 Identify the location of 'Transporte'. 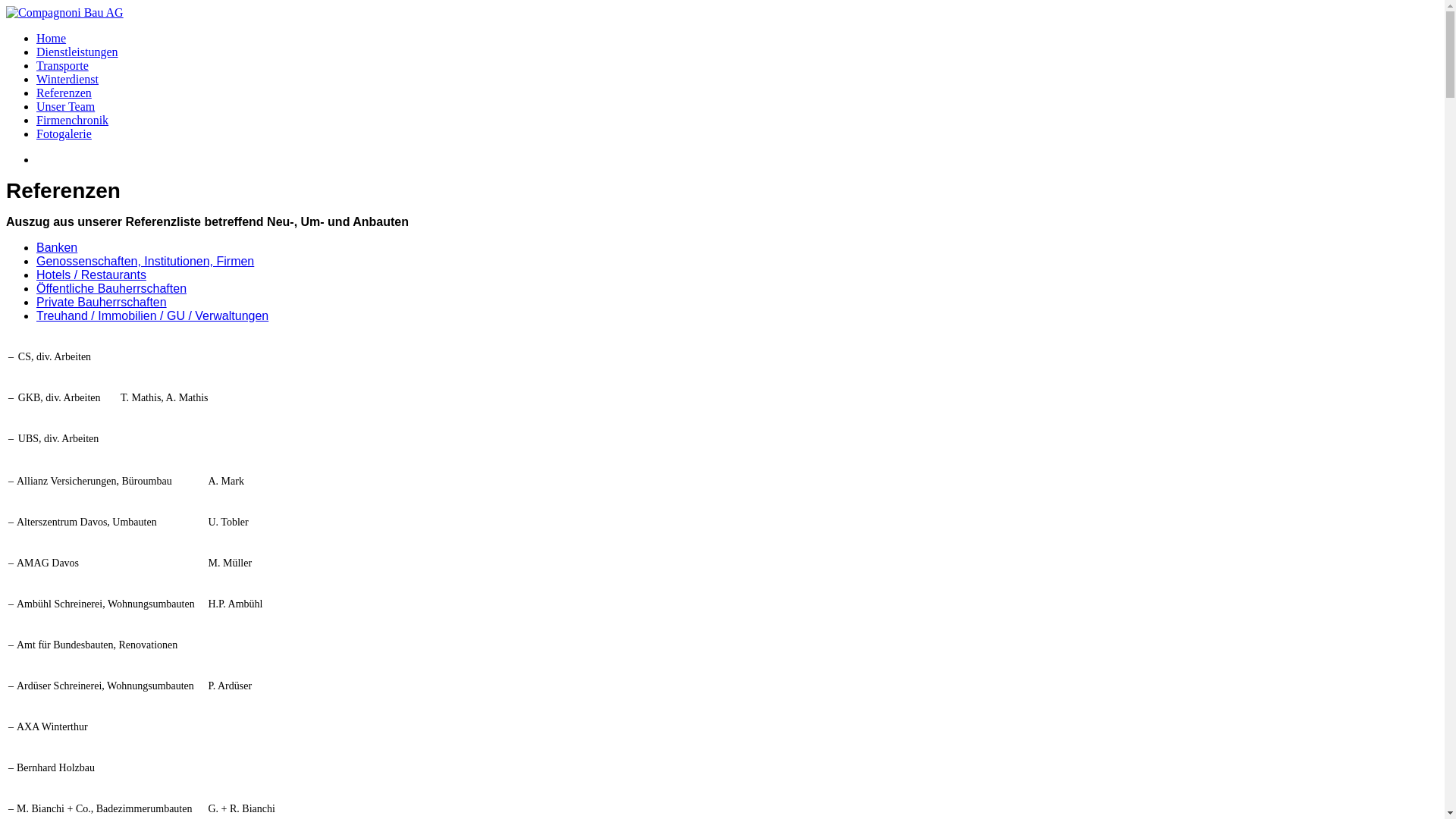
(61, 64).